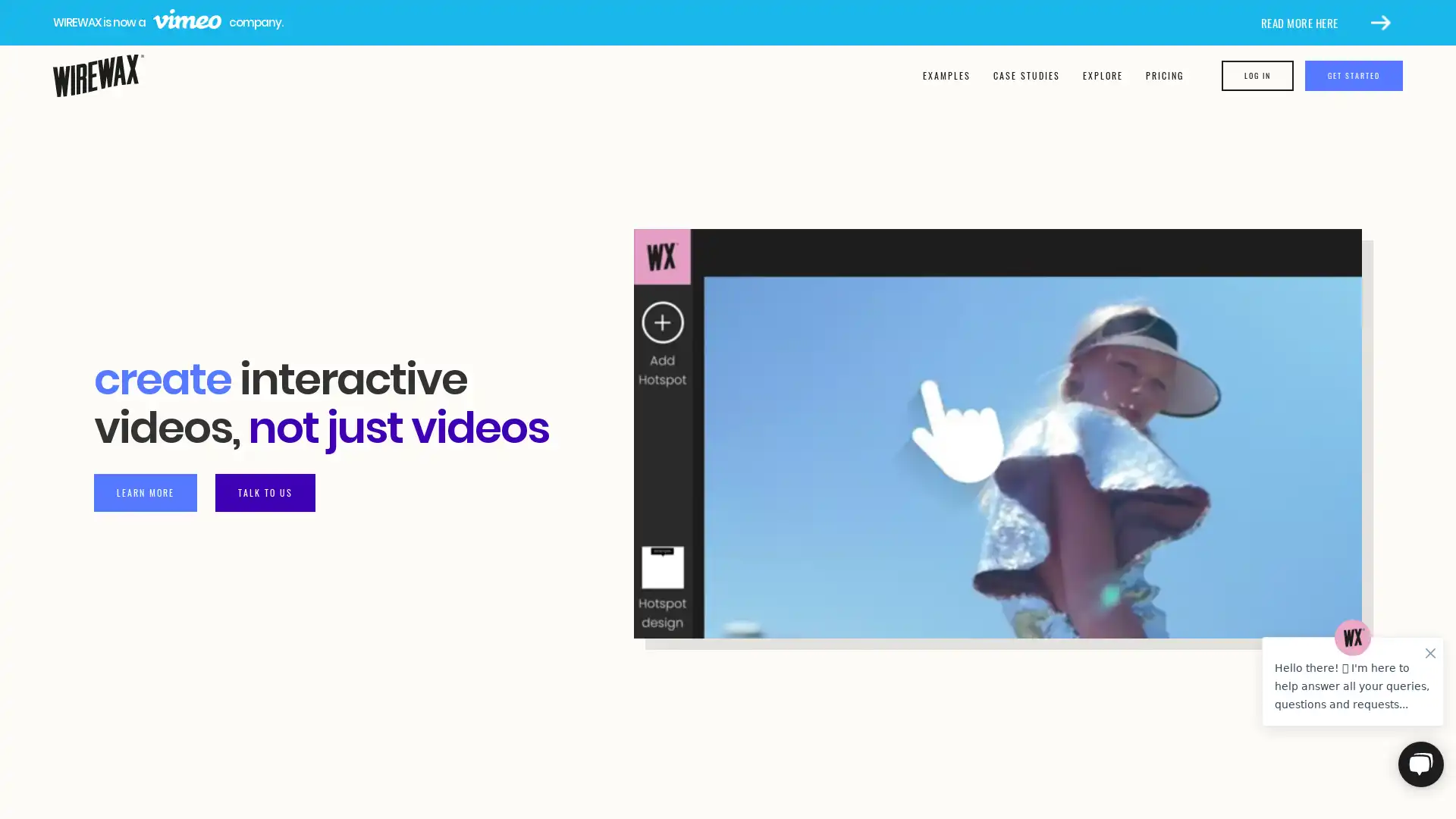  What do you see at coordinates (1354, 76) in the screenshot?
I see `GET STARTED` at bounding box center [1354, 76].